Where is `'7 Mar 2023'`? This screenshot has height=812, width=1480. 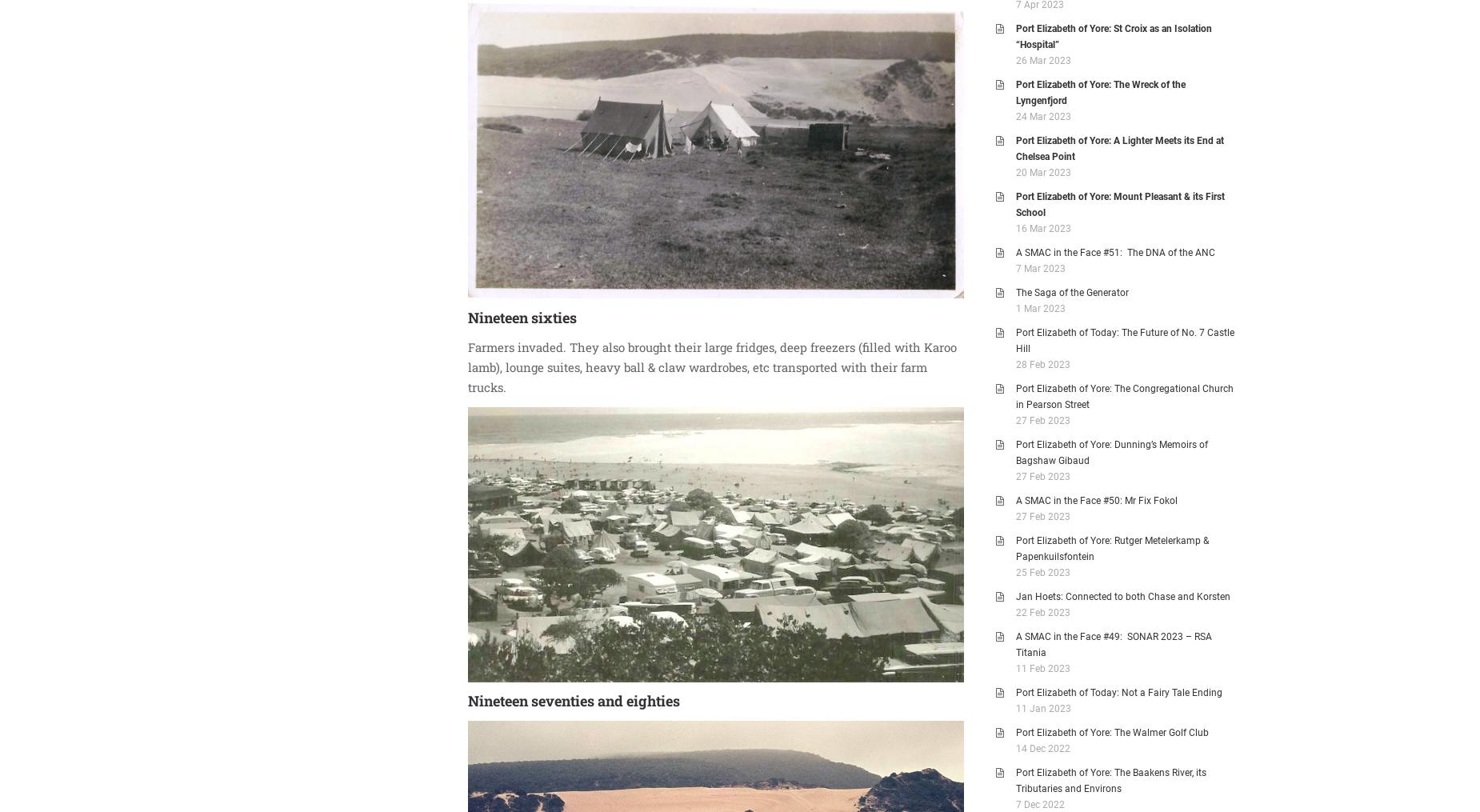 '7 Mar 2023' is located at coordinates (1015, 267).